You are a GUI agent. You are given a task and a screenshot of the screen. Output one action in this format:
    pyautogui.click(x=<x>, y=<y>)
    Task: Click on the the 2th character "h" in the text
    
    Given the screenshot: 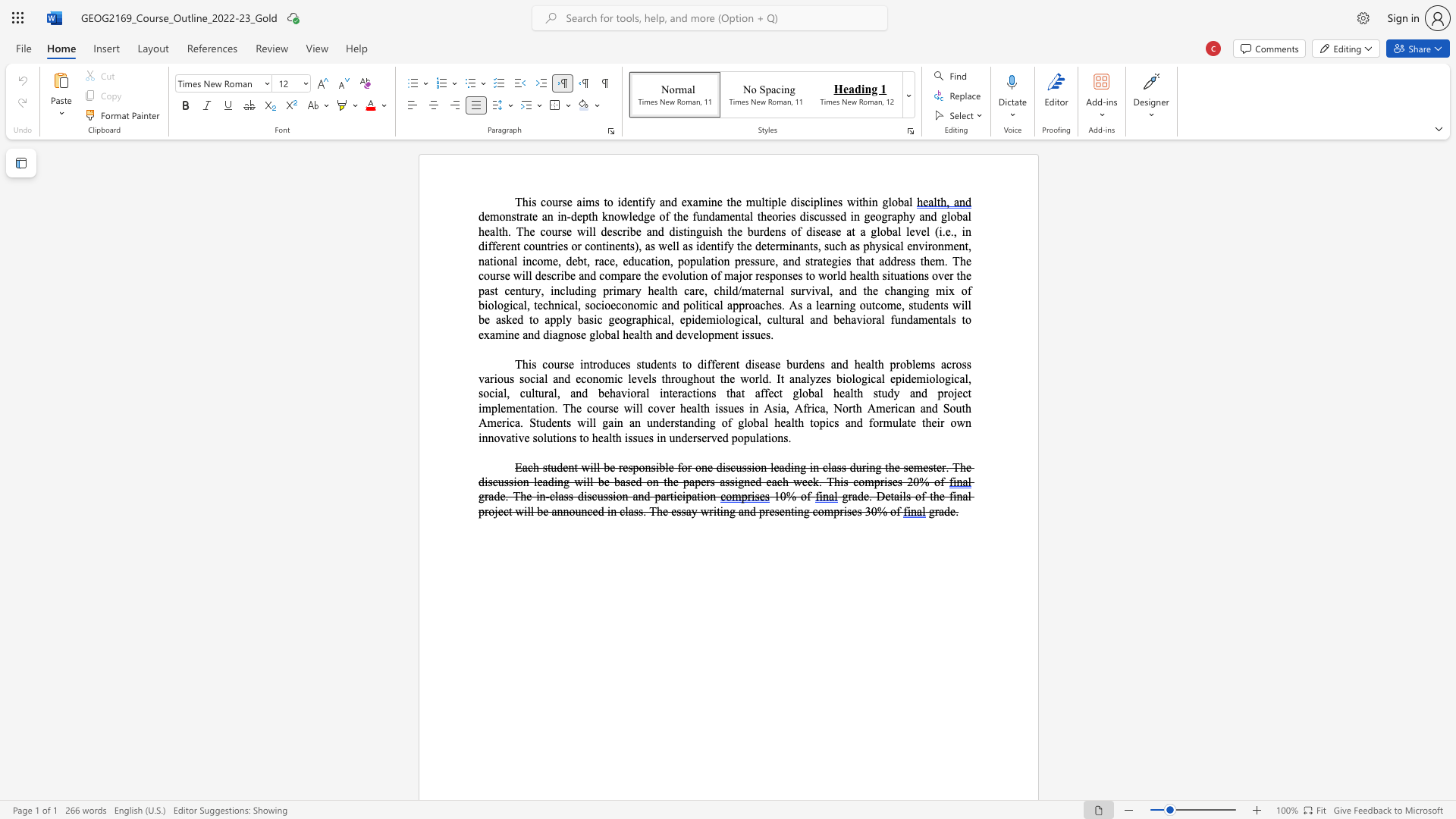 What is the action you would take?
    pyautogui.click(x=800, y=422)
    